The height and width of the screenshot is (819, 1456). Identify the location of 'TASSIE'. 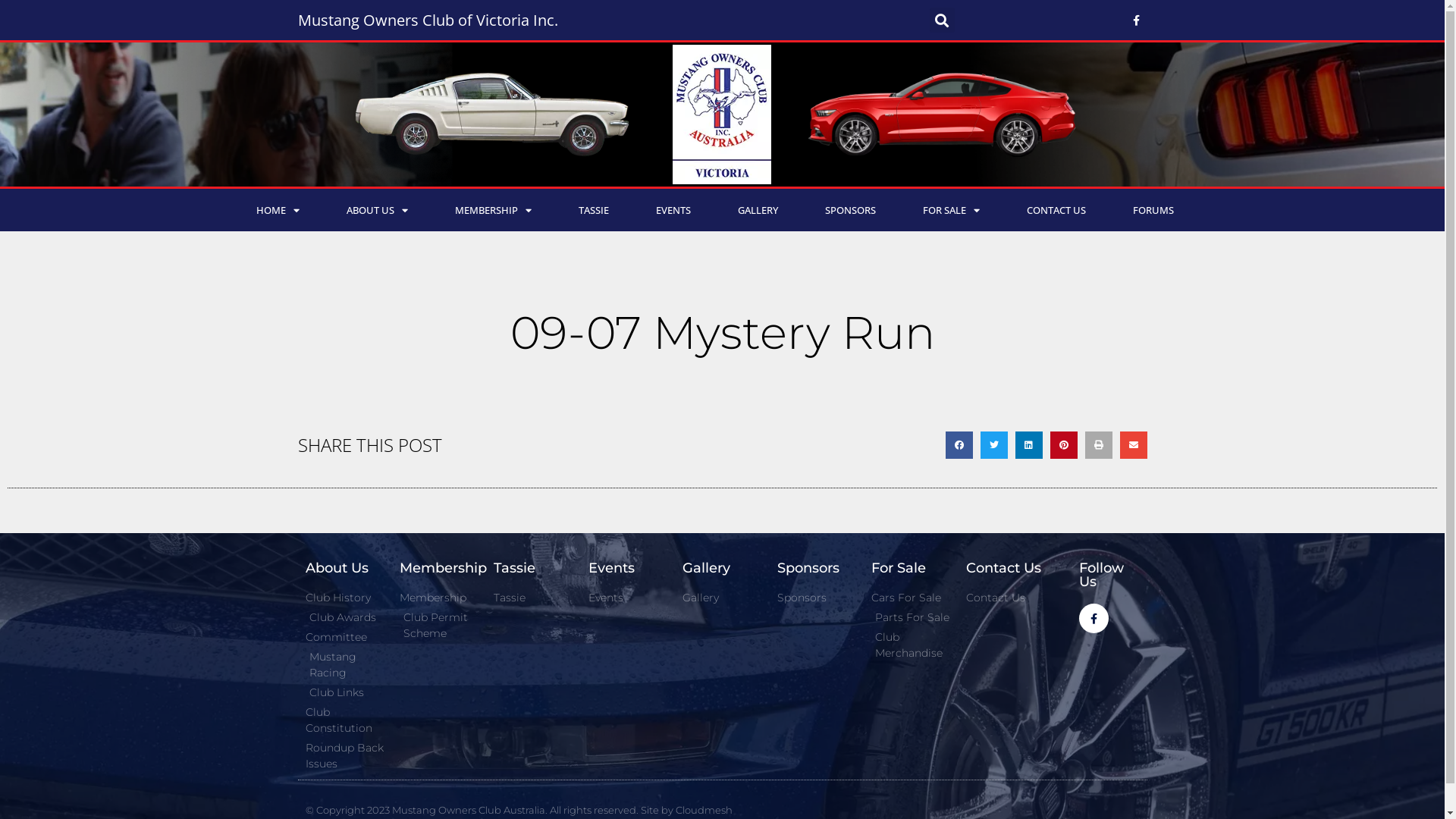
(554, 210).